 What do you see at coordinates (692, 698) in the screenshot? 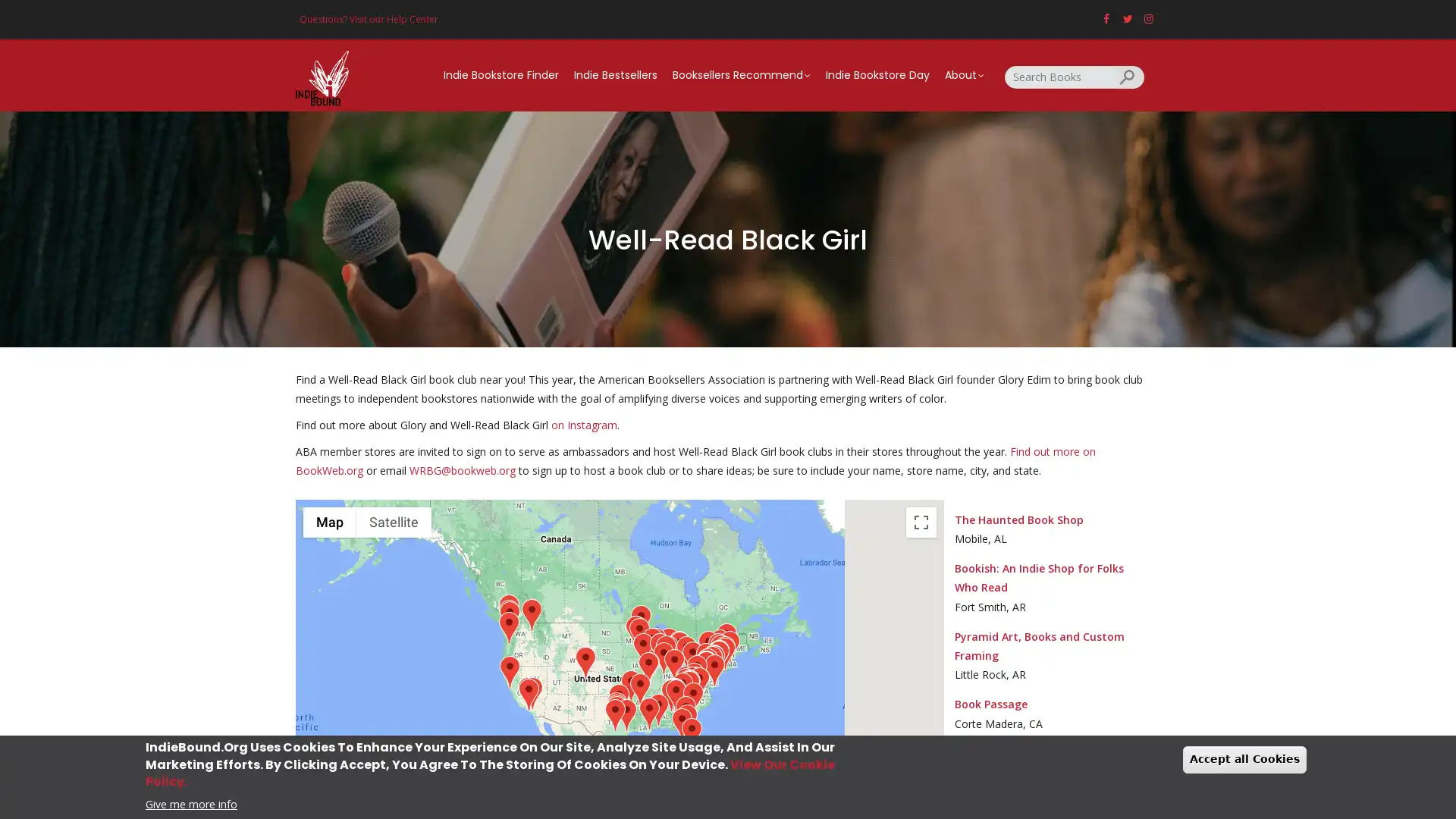
I see `Turning Page Bookshop` at bounding box center [692, 698].